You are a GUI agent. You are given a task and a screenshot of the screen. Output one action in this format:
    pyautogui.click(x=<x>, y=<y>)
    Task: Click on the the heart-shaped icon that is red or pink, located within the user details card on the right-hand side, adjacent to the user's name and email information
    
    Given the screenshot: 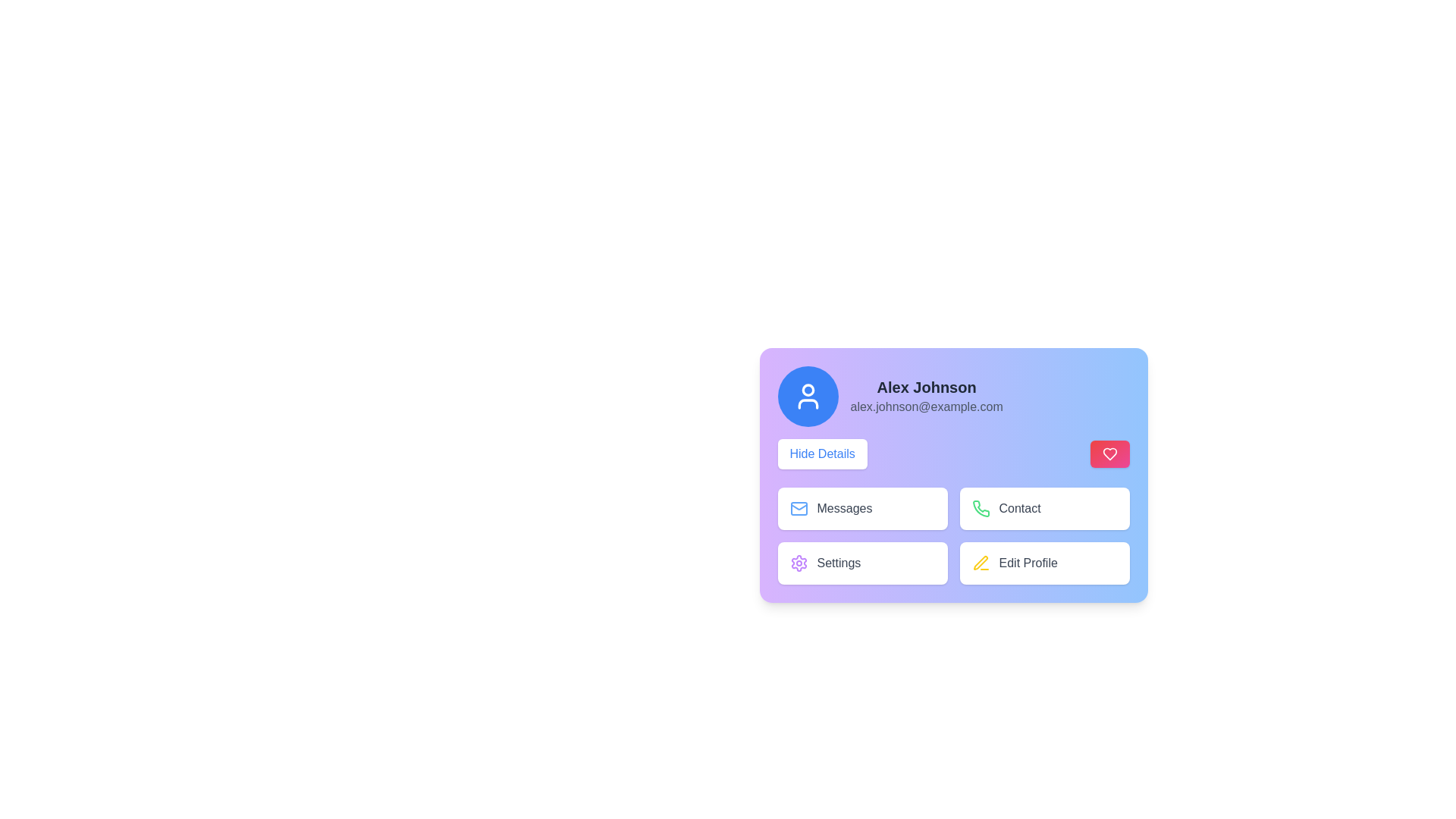 What is the action you would take?
    pyautogui.click(x=1109, y=453)
    